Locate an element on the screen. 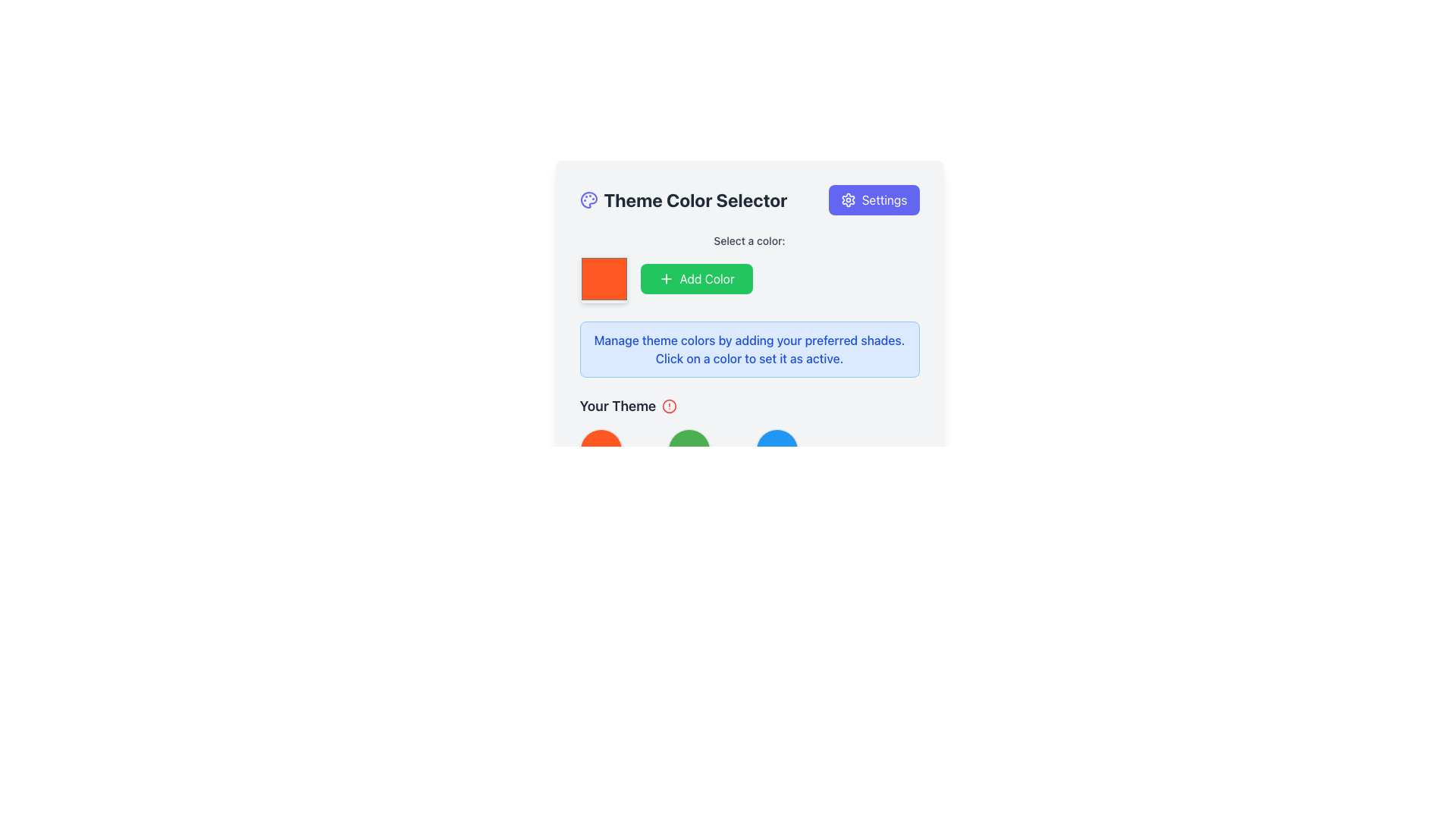 This screenshot has height=819, width=1456. the third circular color option in the color selection tool is located at coordinates (777, 450).